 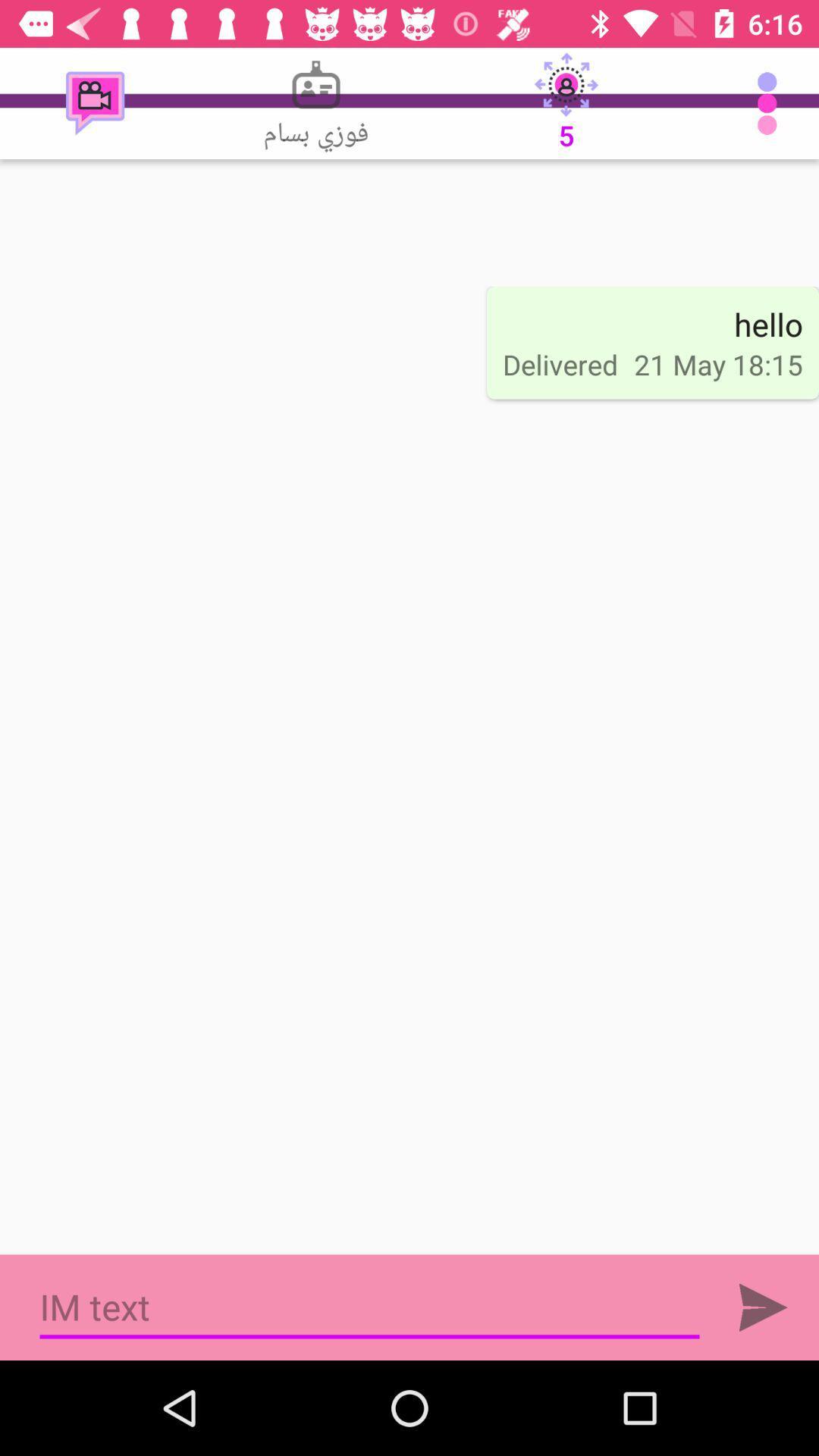 I want to click on hello icon, so click(x=768, y=323).